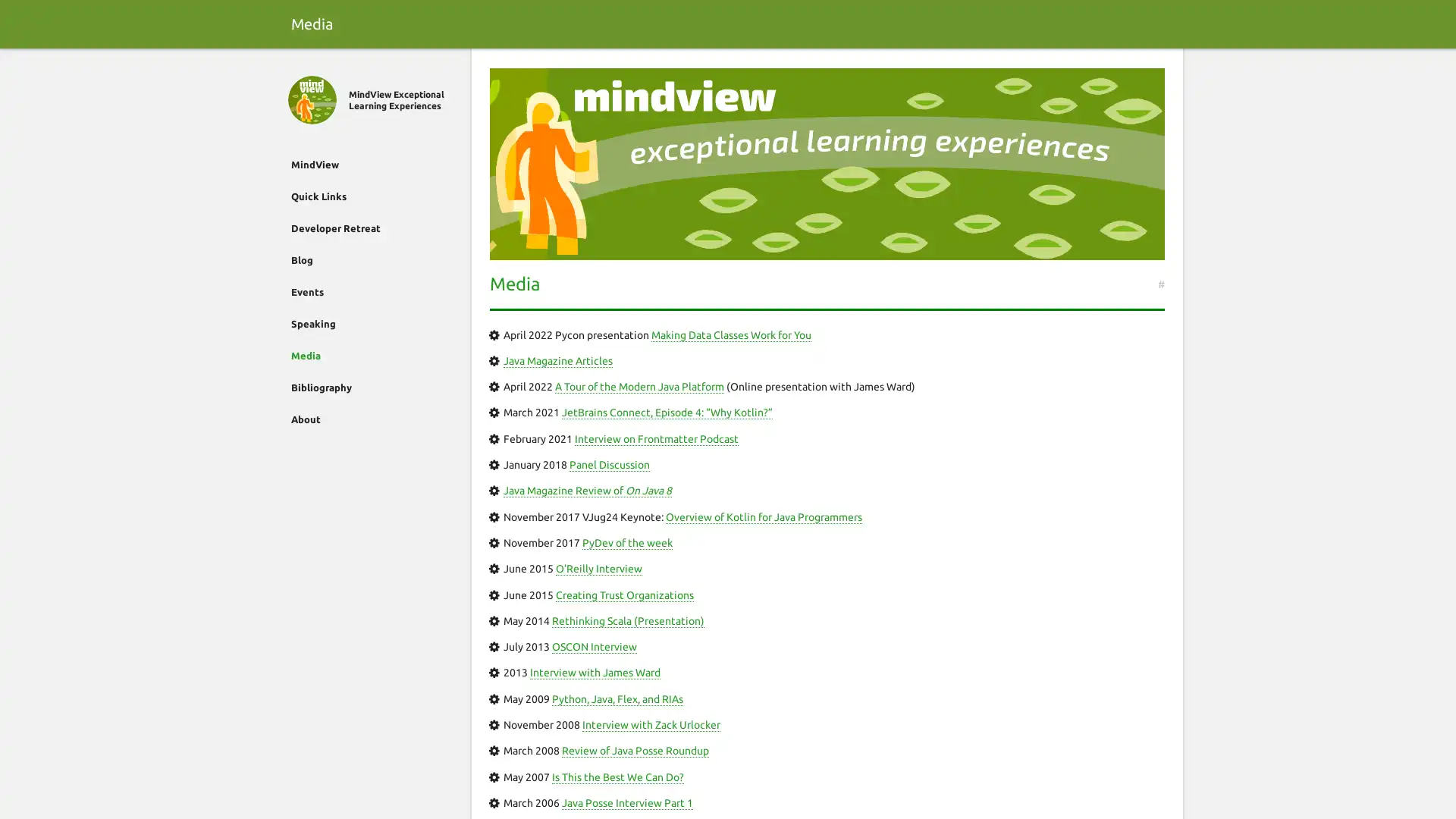 The width and height of the screenshot is (1456, 819). Describe the element at coordinates (1157, 66) in the screenshot. I see `Search` at that location.